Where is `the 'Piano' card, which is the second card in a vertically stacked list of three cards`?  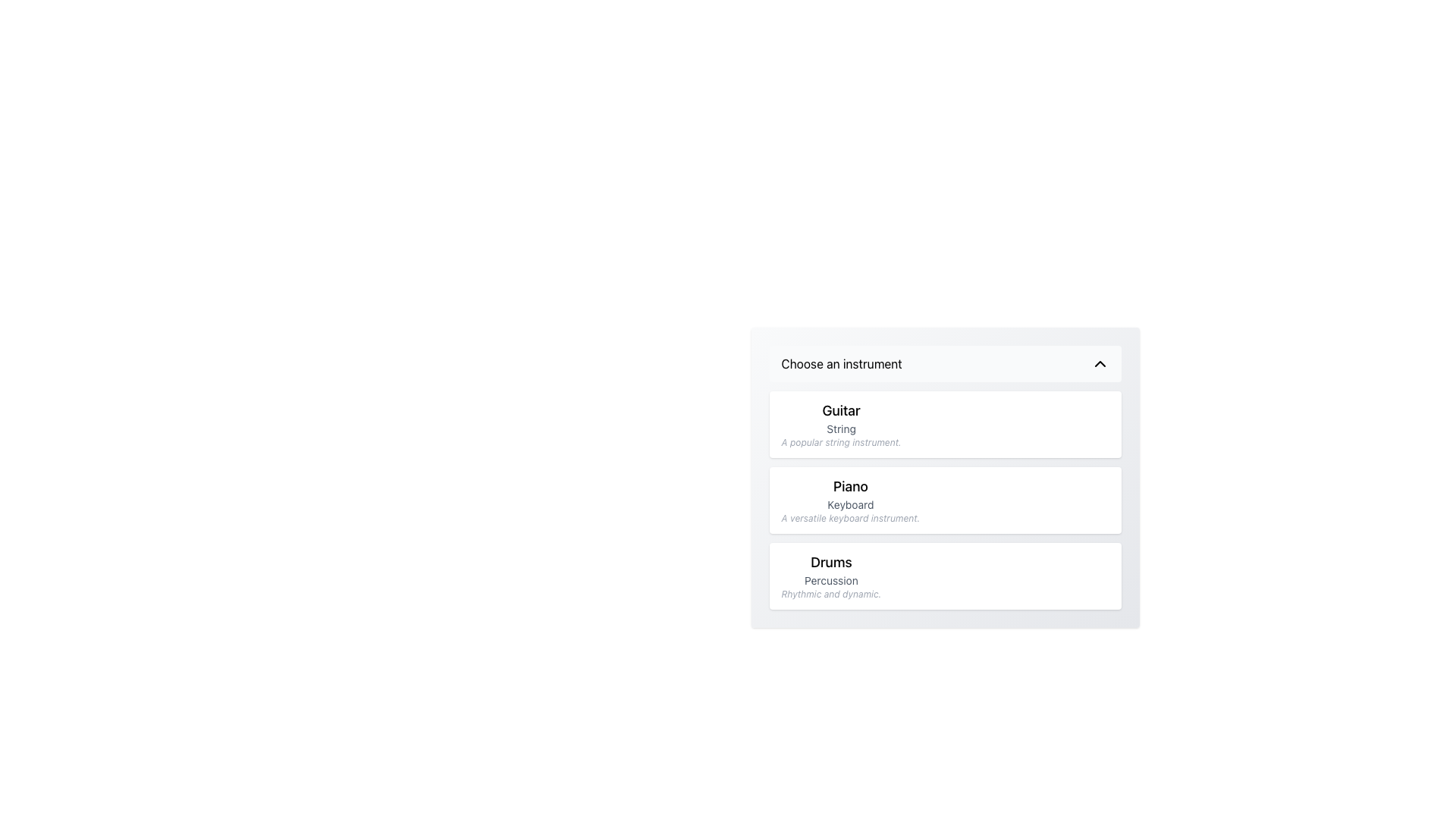 the 'Piano' card, which is the second card in a vertically stacked list of three cards is located at coordinates (944, 500).